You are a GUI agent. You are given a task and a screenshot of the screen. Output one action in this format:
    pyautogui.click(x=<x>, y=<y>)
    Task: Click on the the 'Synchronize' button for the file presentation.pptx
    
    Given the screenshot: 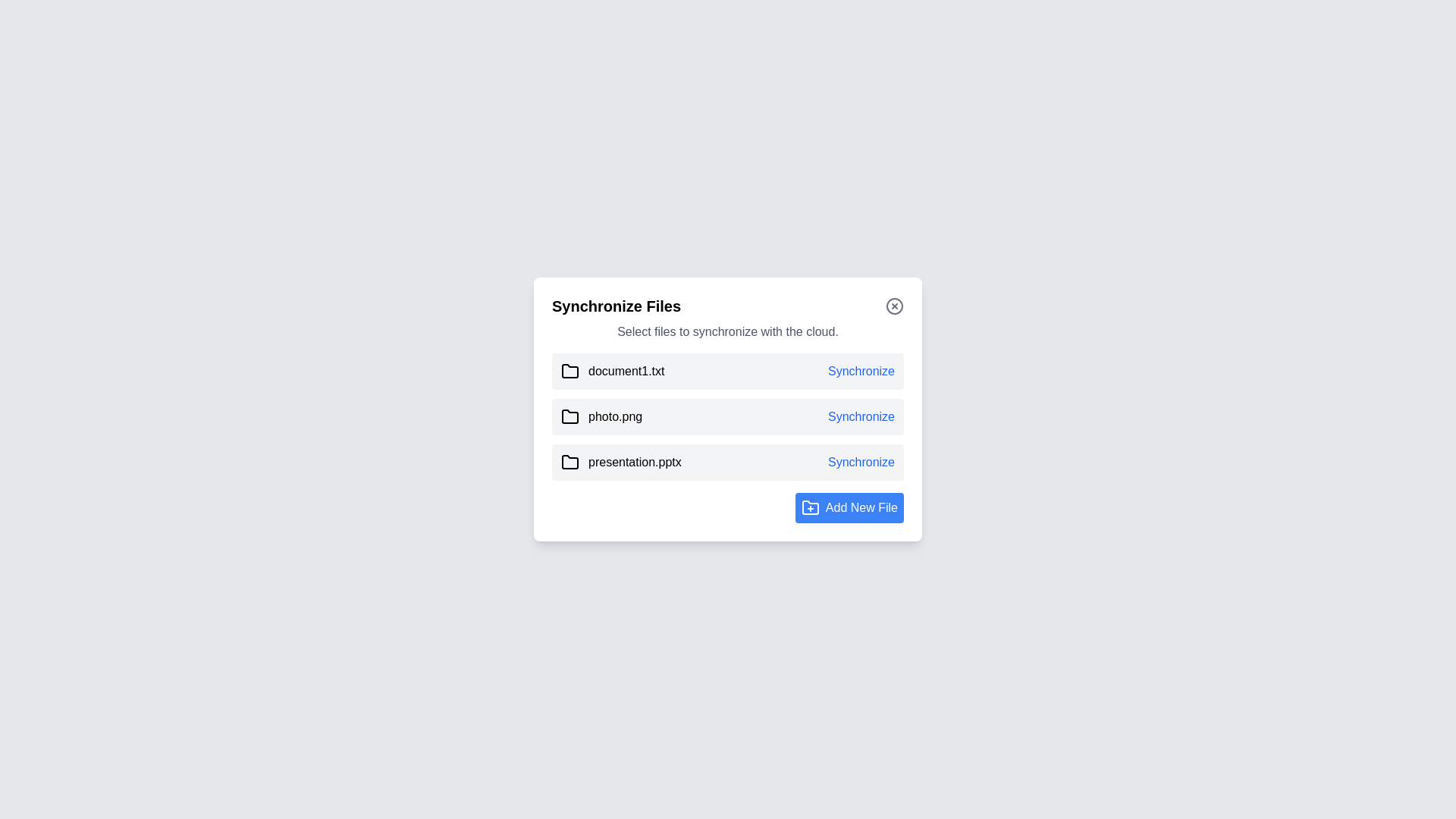 What is the action you would take?
    pyautogui.click(x=861, y=461)
    